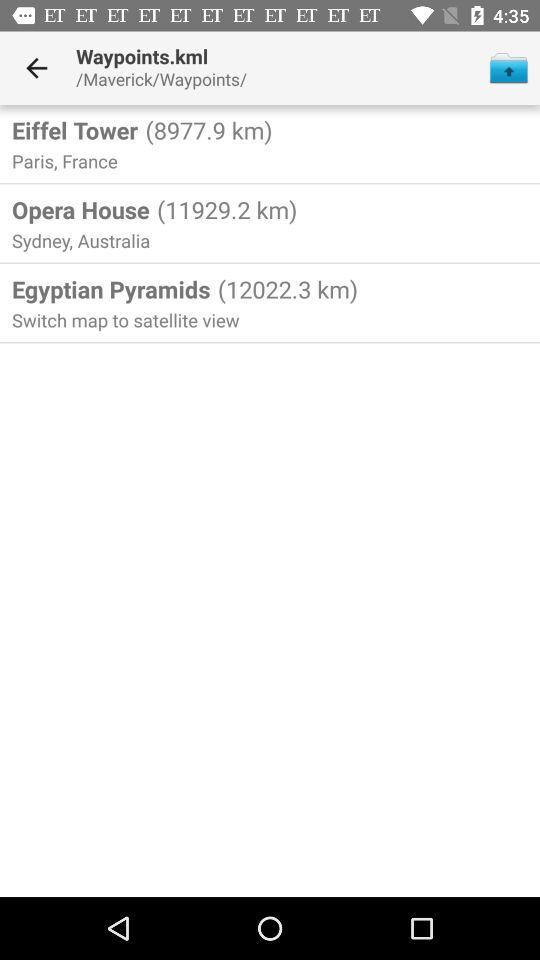 The height and width of the screenshot is (960, 540). What do you see at coordinates (36, 68) in the screenshot?
I see `item next to waypoints.kml item` at bounding box center [36, 68].